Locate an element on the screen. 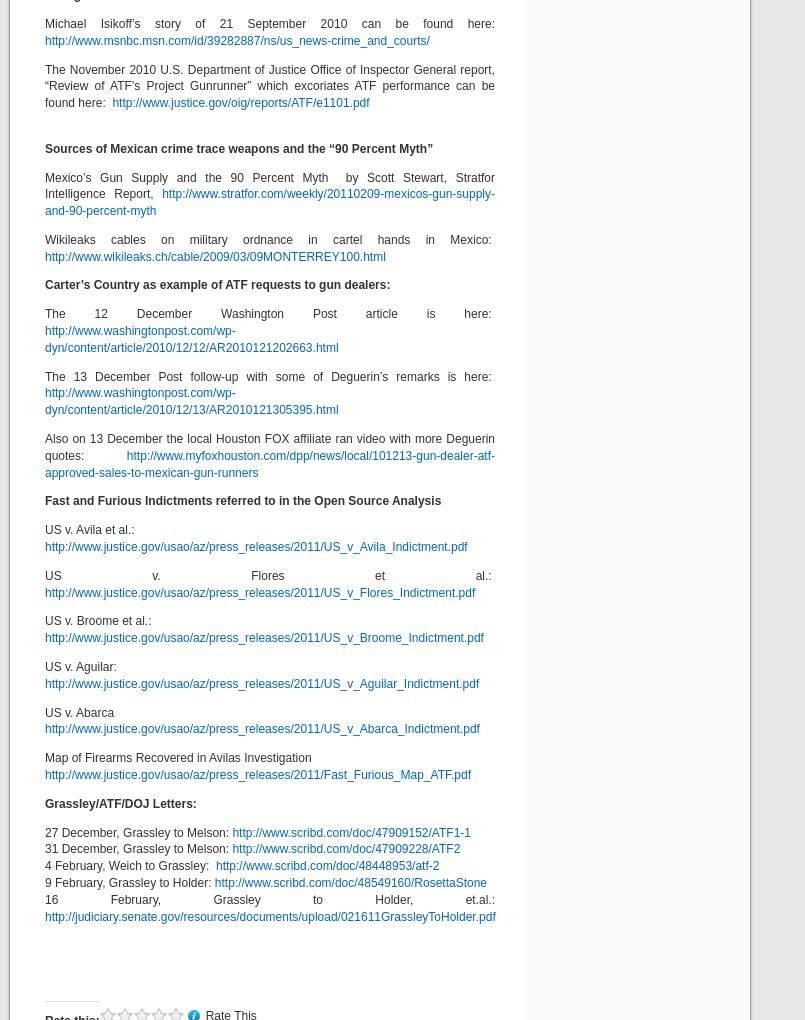 Image resolution: width=805 pixels, height=1020 pixels. 'http://www.justice.gov/usao/az/press_releases/2011/US_v_Avila_Indictment.pdf' is located at coordinates (255, 546).